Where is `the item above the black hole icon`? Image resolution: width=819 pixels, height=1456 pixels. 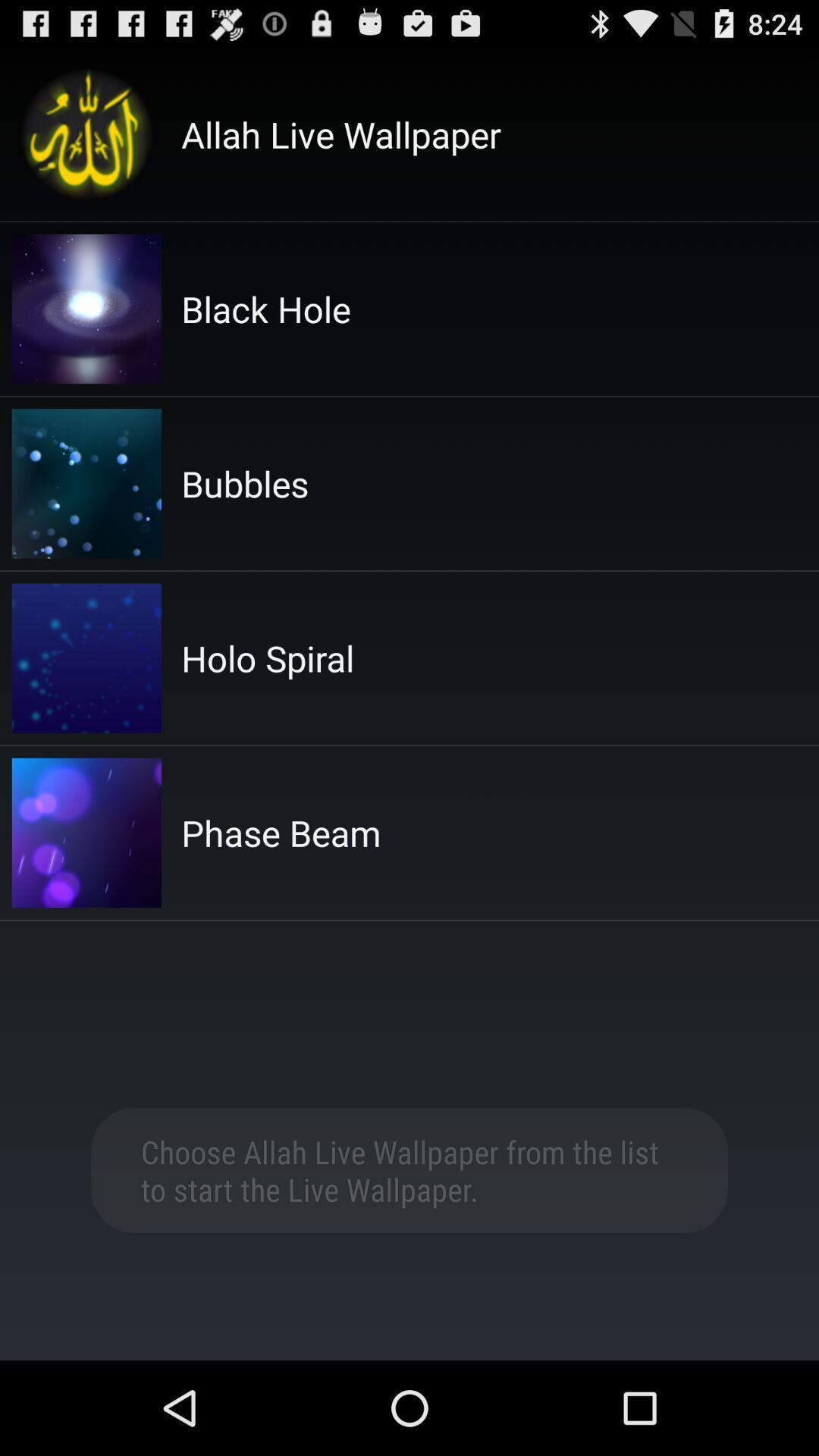 the item above the black hole icon is located at coordinates (341, 134).